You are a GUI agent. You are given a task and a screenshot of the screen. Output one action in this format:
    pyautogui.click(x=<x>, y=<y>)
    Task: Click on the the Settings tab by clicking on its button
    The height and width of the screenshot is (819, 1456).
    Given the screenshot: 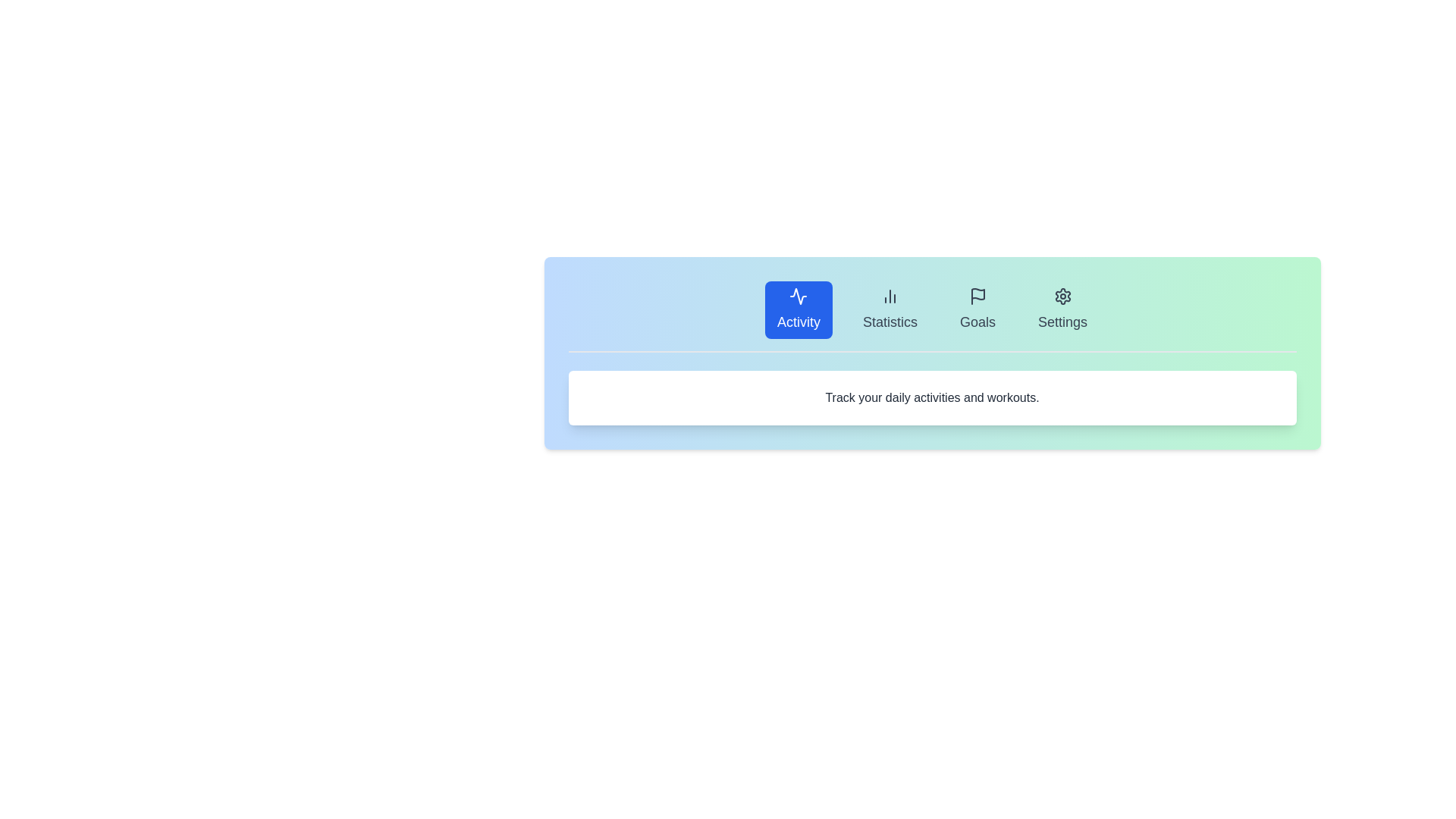 What is the action you would take?
    pyautogui.click(x=1062, y=309)
    